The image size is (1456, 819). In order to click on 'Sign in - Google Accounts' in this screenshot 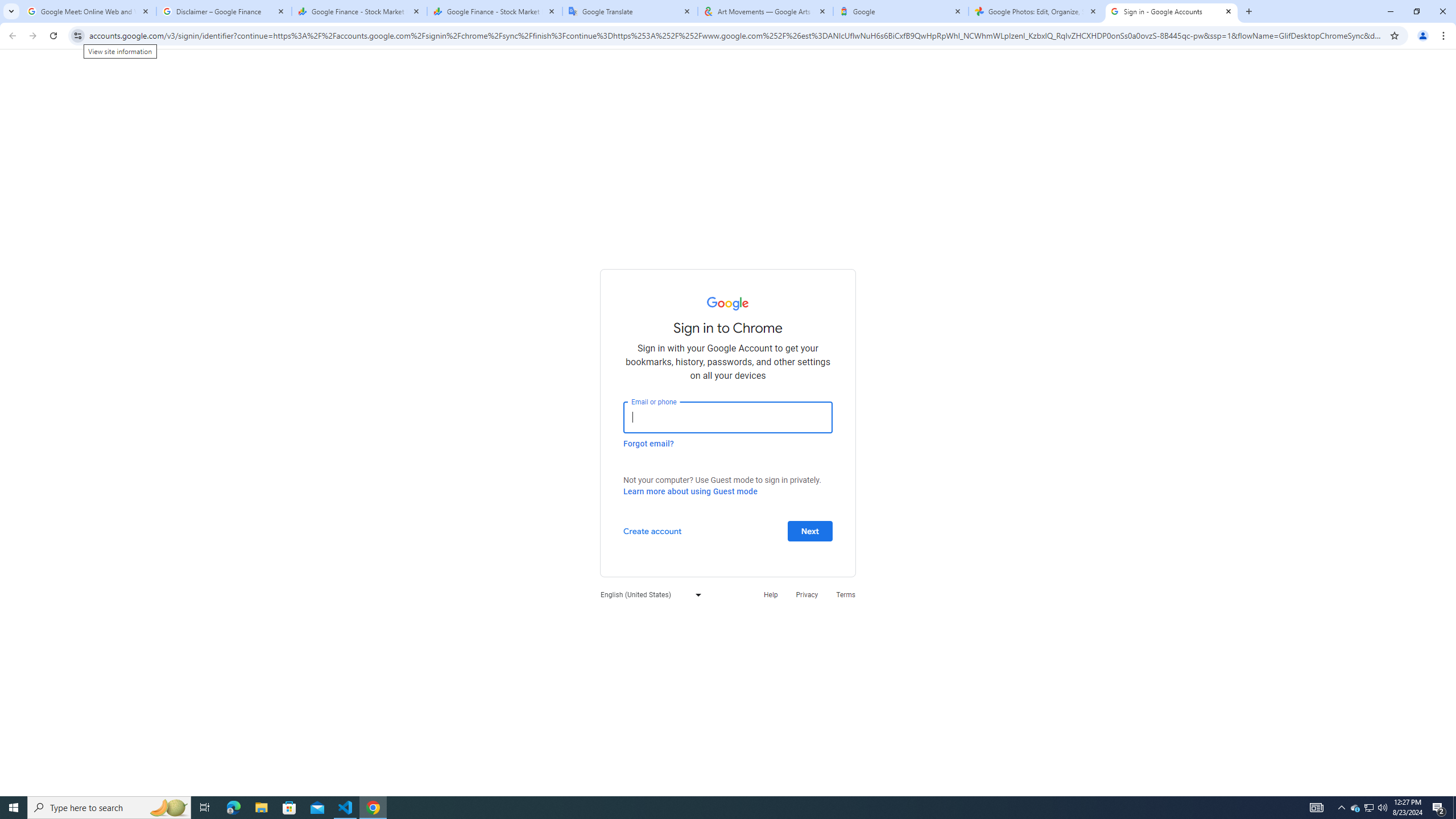, I will do `click(1171, 11)`.